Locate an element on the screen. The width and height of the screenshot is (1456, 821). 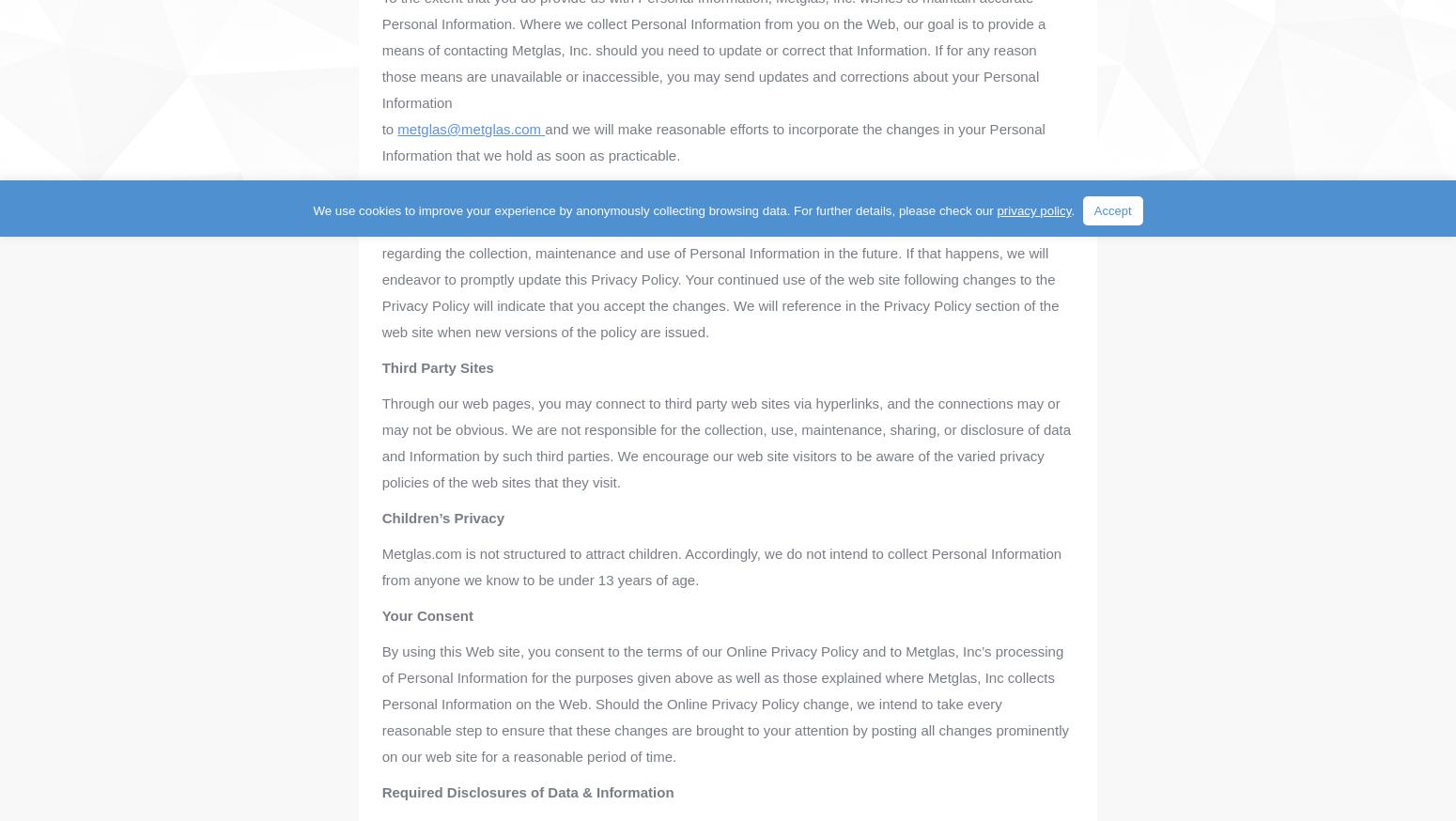
'Changes' is located at coordinates (411, 190).